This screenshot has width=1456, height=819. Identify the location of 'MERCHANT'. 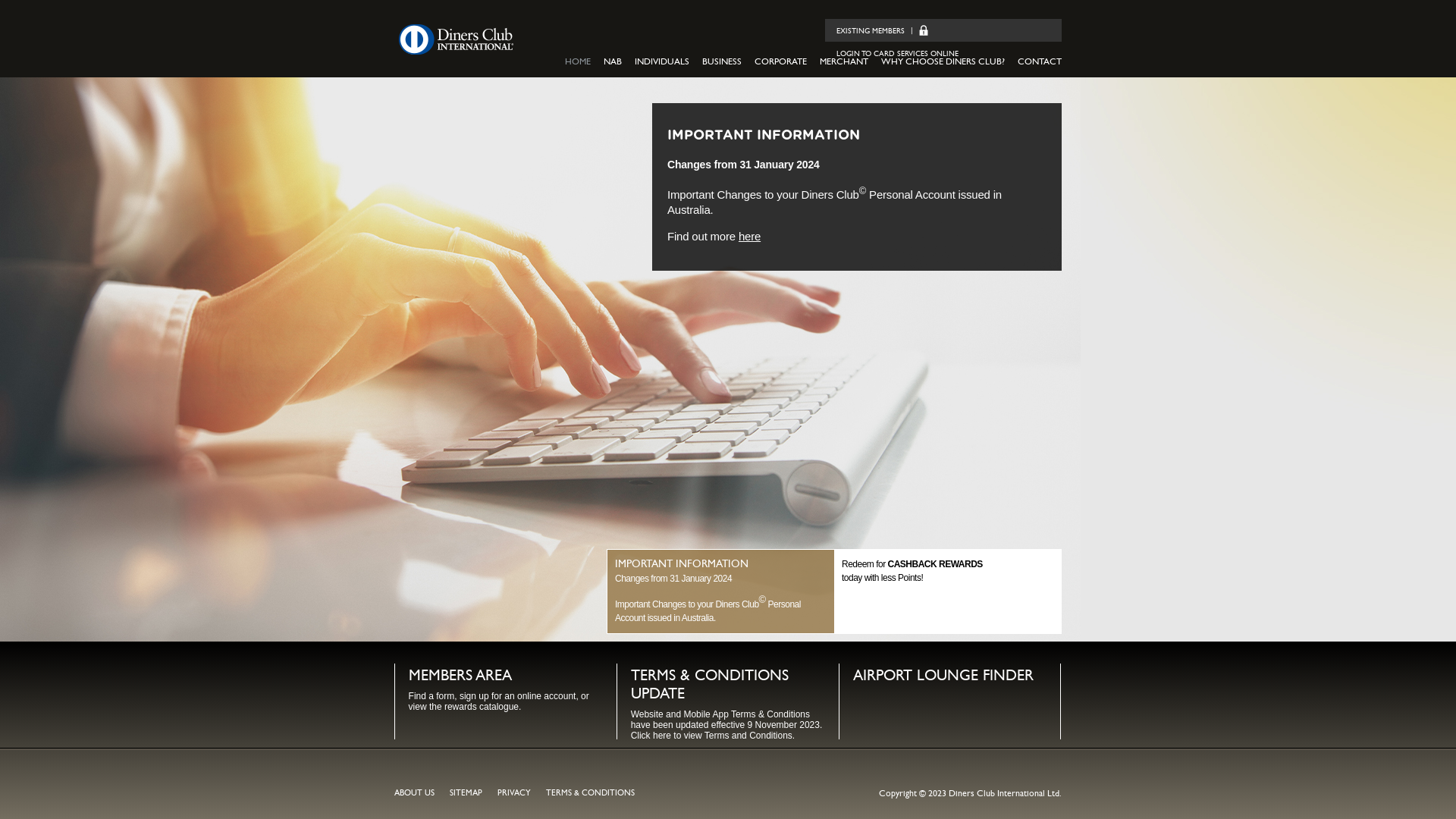
(843, 61).